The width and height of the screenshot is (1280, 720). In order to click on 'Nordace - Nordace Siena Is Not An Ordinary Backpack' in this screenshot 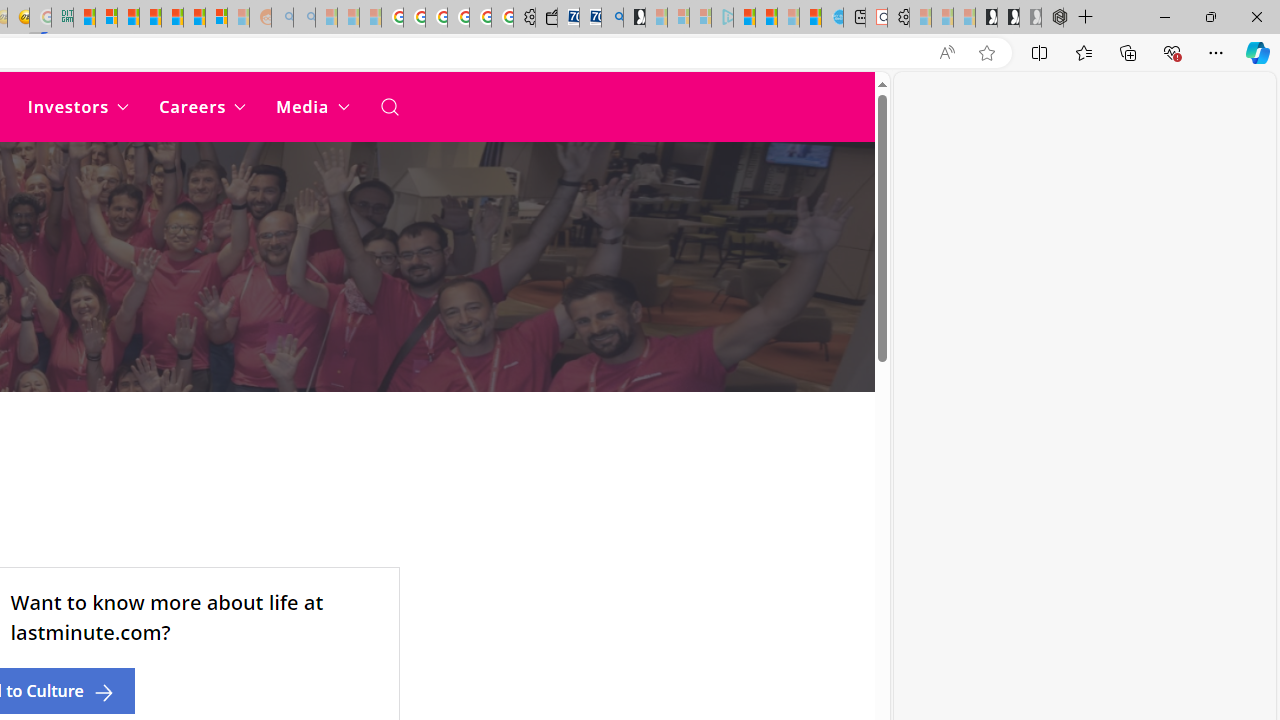, I will do `click(1051, 17)`.